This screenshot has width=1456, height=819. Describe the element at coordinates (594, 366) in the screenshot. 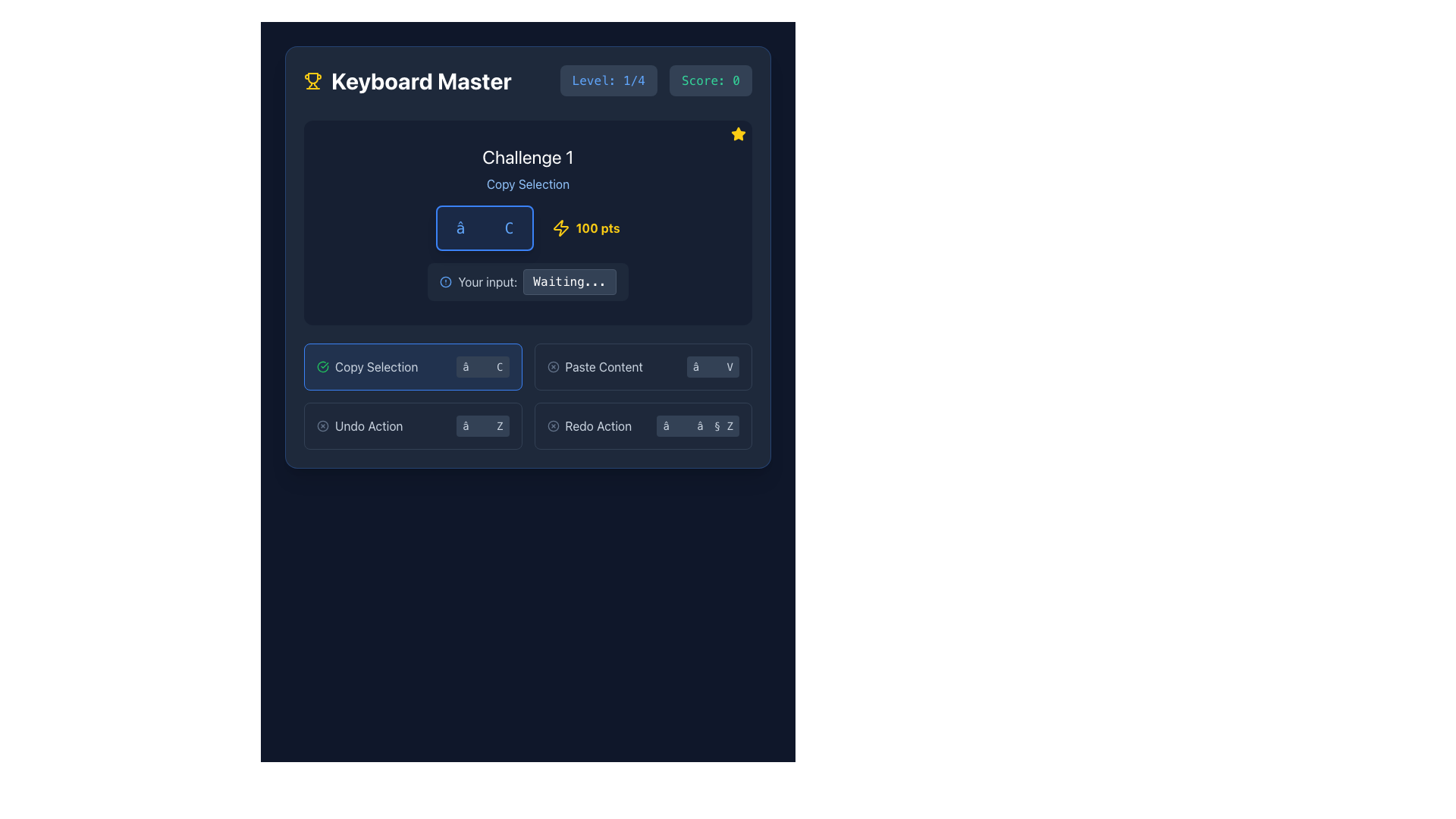

I see `the 'Paste Content' button located at the bottom center of the interface` at that location.